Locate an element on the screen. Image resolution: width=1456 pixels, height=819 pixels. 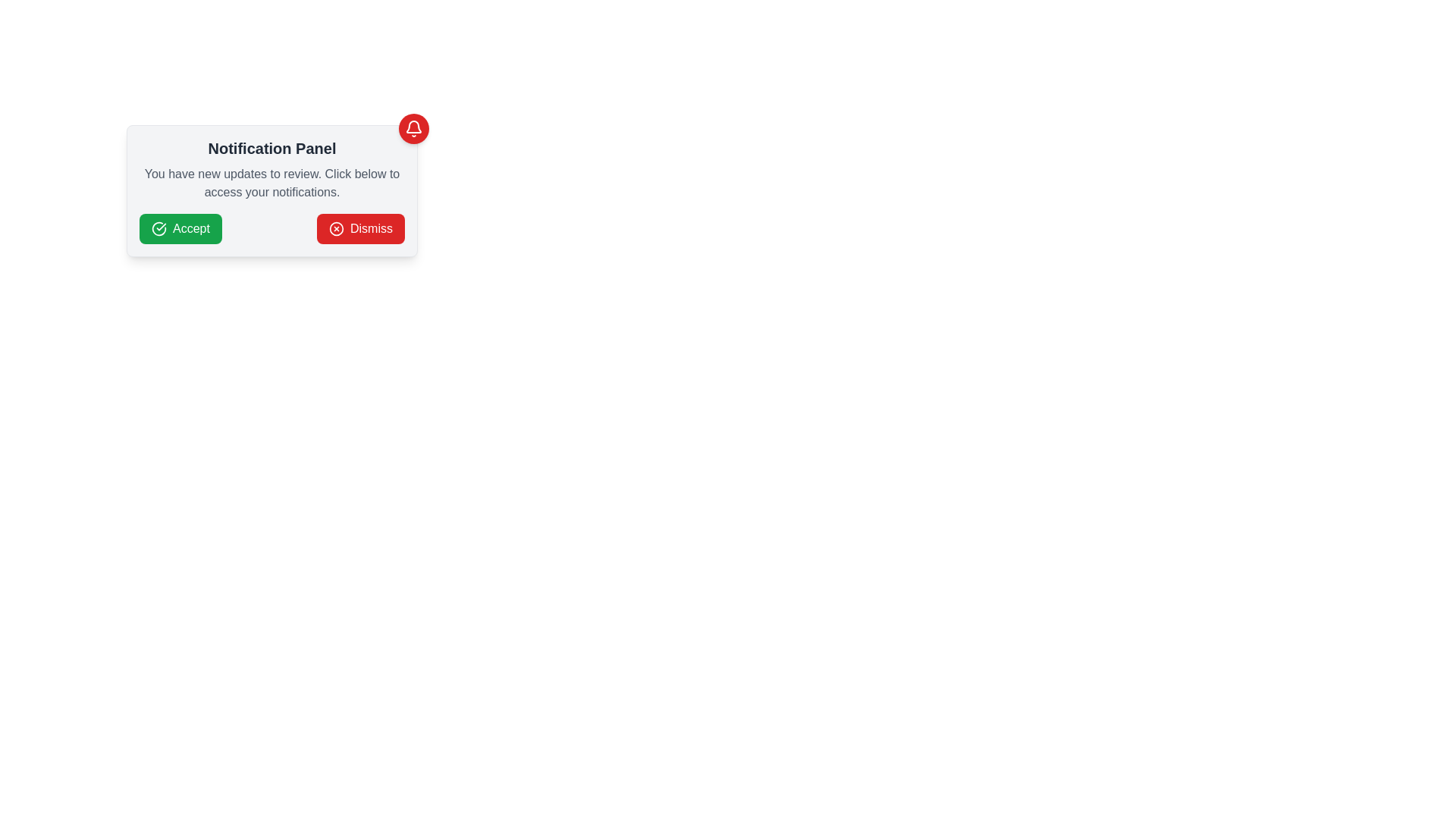
the circular dismiss icon with a white outlined 'X' on a red background, located to the left of the 'Dismiss' text in the button group is located at coordinates (336, 228).